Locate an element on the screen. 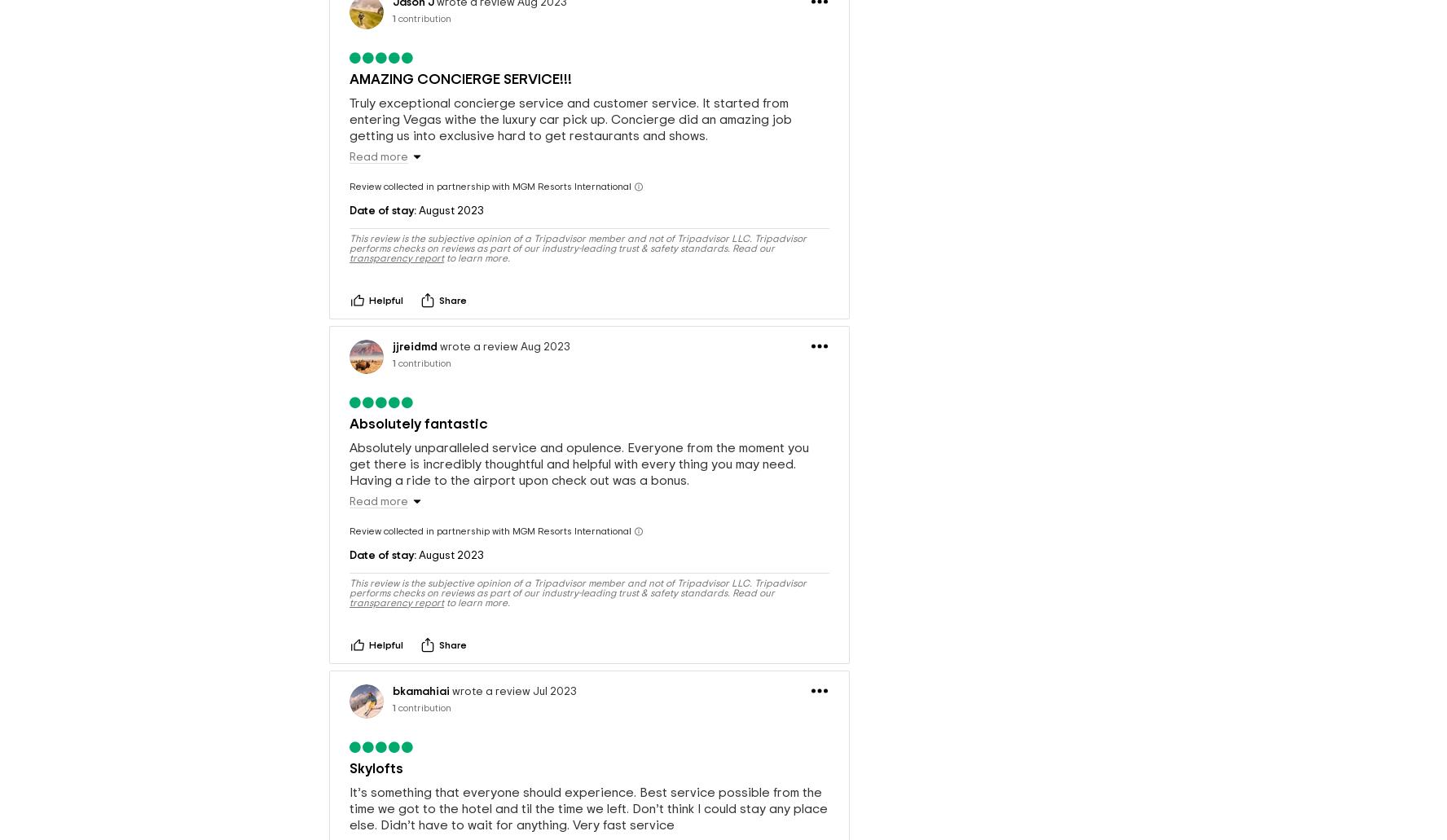 The image size is (1447, 840). 'Absolutely unparalleled service and opulence. Everyone from the moment you get there is incredibly thoughtful and helpful with every thing you may need.  Having a ride to the airport upon check out was a bonus.' is located at coordinates (350, 437).